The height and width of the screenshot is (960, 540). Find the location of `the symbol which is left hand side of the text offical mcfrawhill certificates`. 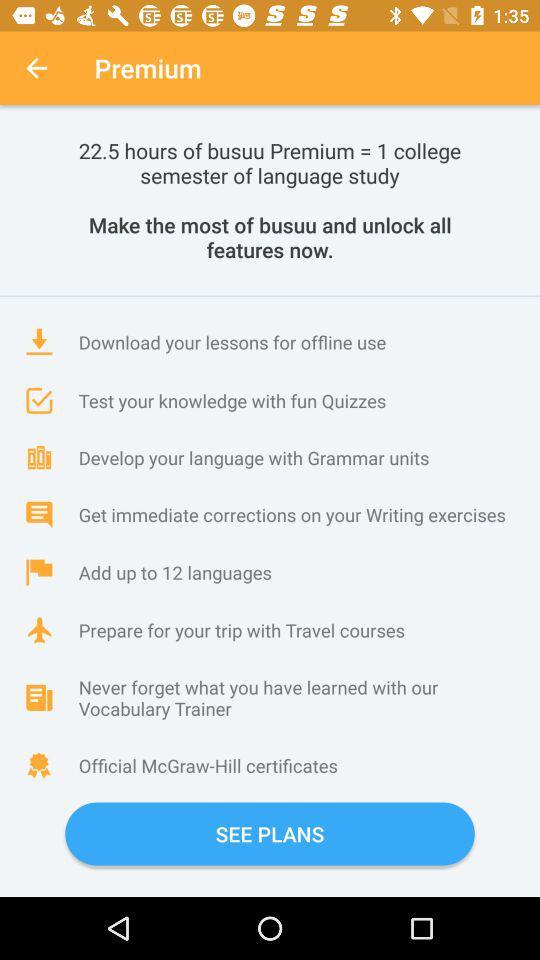

the symbol which is left hand side of the text offical mcfrawhill certificates is located at coordinates (39, 764).